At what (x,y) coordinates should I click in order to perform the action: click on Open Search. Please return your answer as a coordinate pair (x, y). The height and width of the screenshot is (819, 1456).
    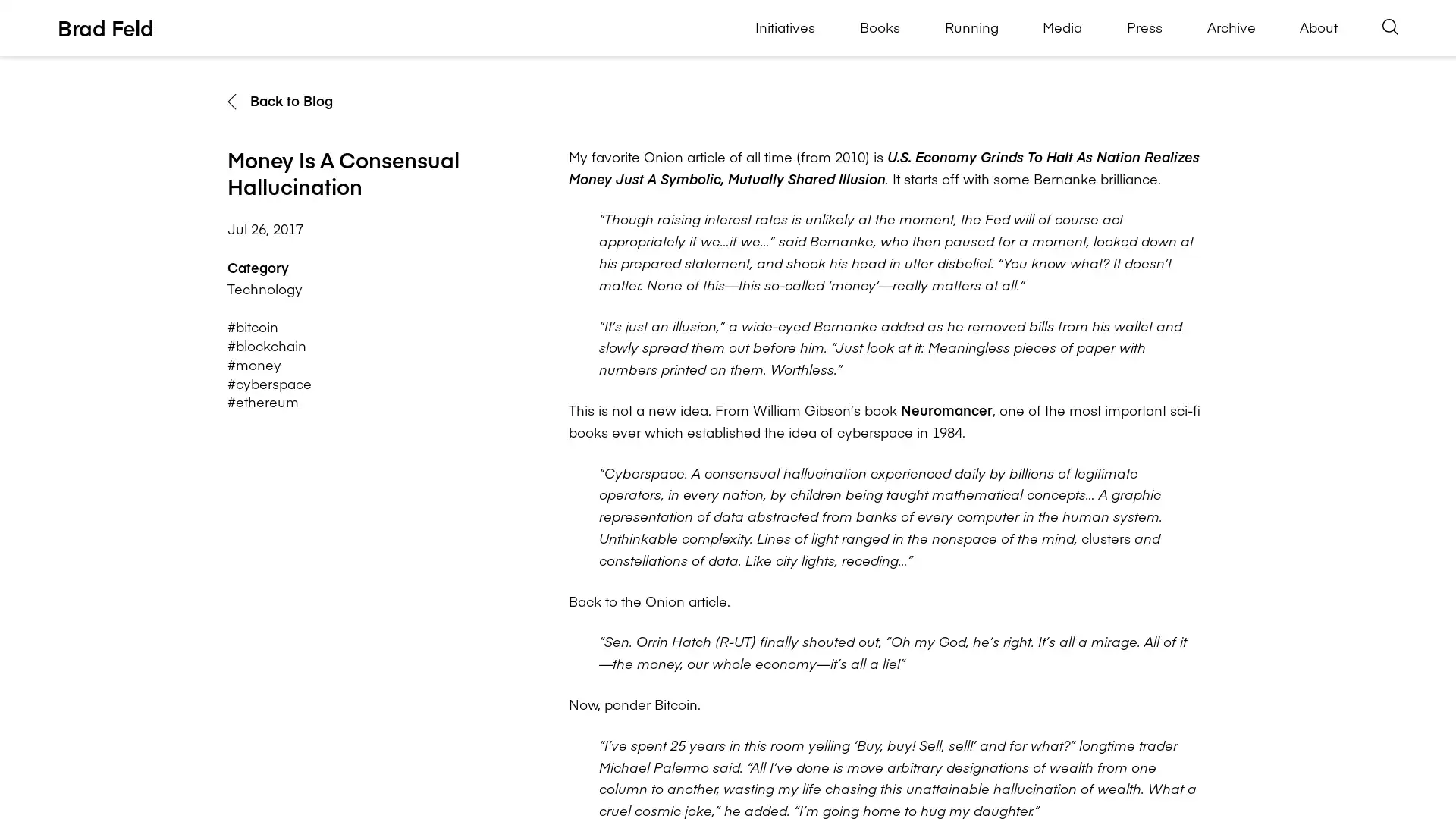
    Looking at the image, I should click on (1390, 27).